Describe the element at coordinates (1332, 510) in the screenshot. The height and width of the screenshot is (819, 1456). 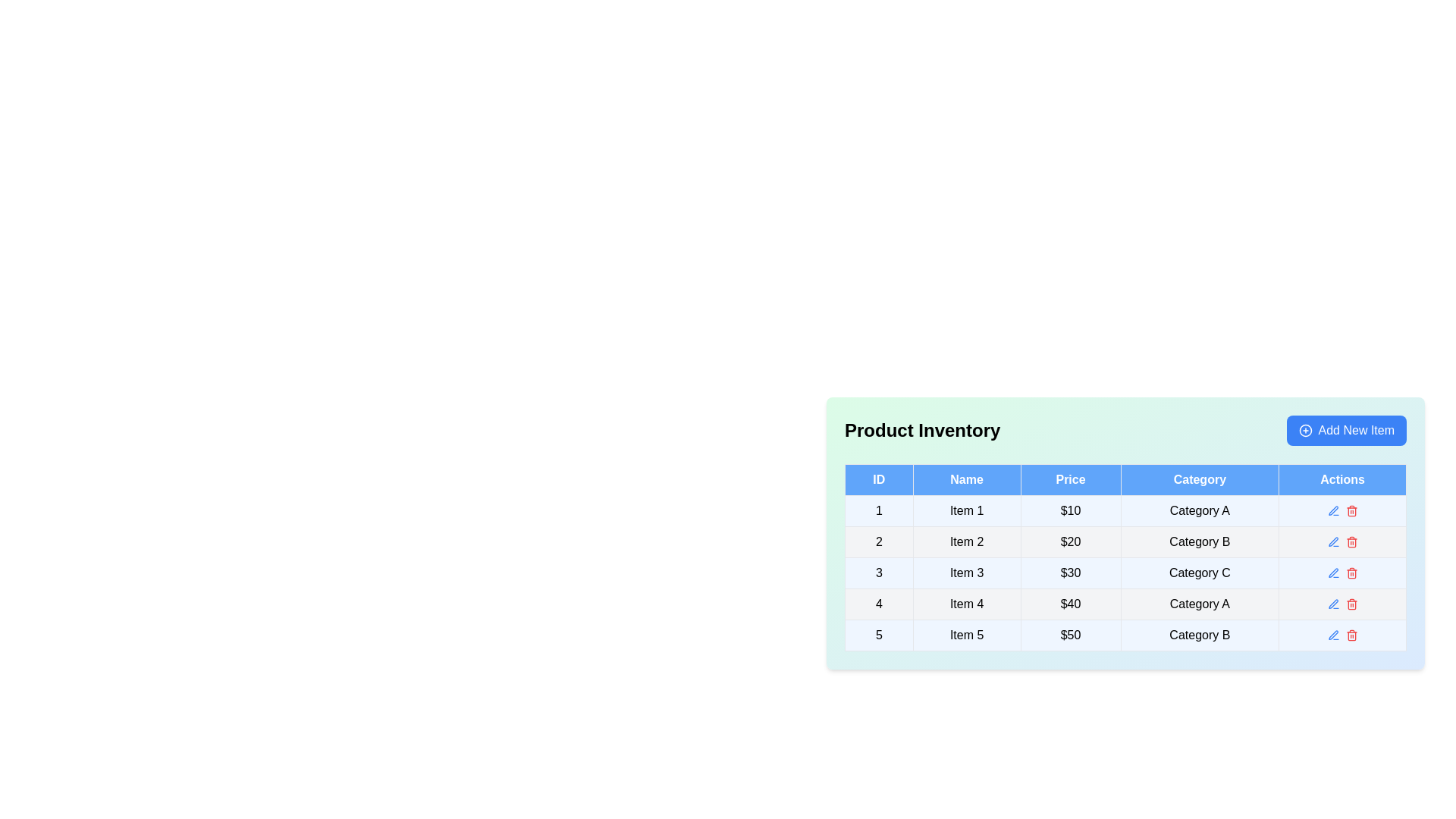
I see `the pen icon button located in the 'Actions' column of the product information table` at that location.